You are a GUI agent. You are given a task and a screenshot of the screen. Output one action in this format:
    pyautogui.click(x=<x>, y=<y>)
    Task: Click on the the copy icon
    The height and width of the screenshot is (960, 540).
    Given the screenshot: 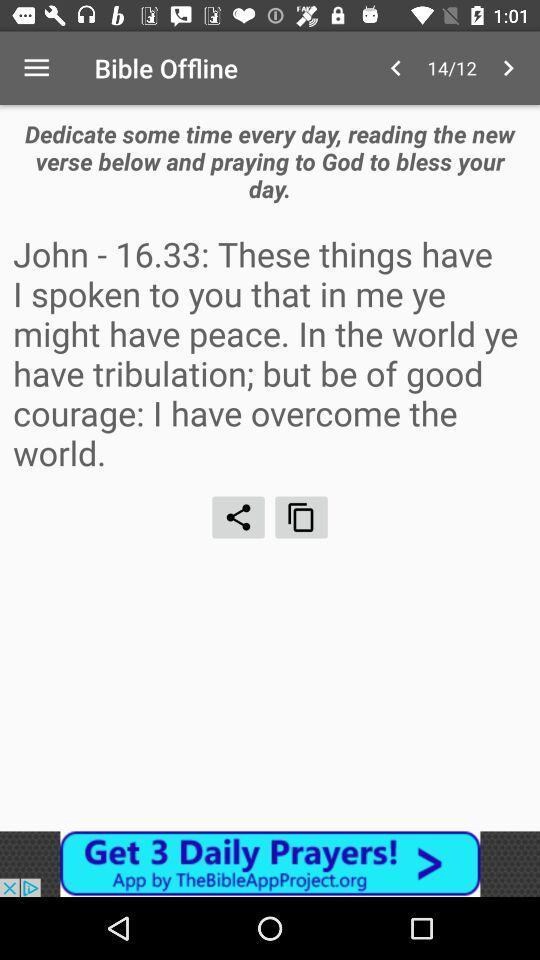 What is the action you would take?
    pyautogui.click(x=300, y=516)
    